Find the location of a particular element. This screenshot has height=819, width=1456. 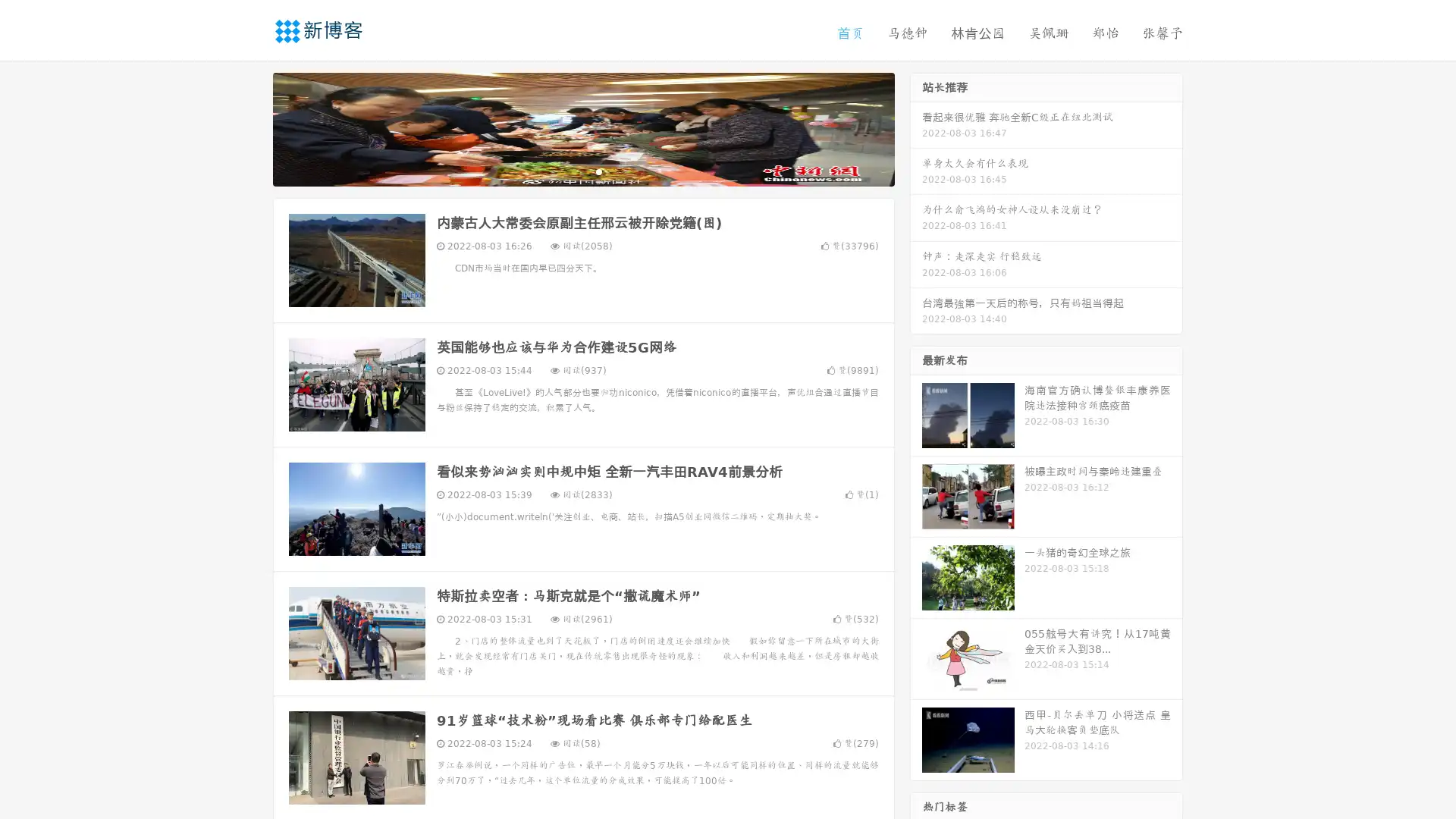

Next slide is located at coordinates (916, 127).